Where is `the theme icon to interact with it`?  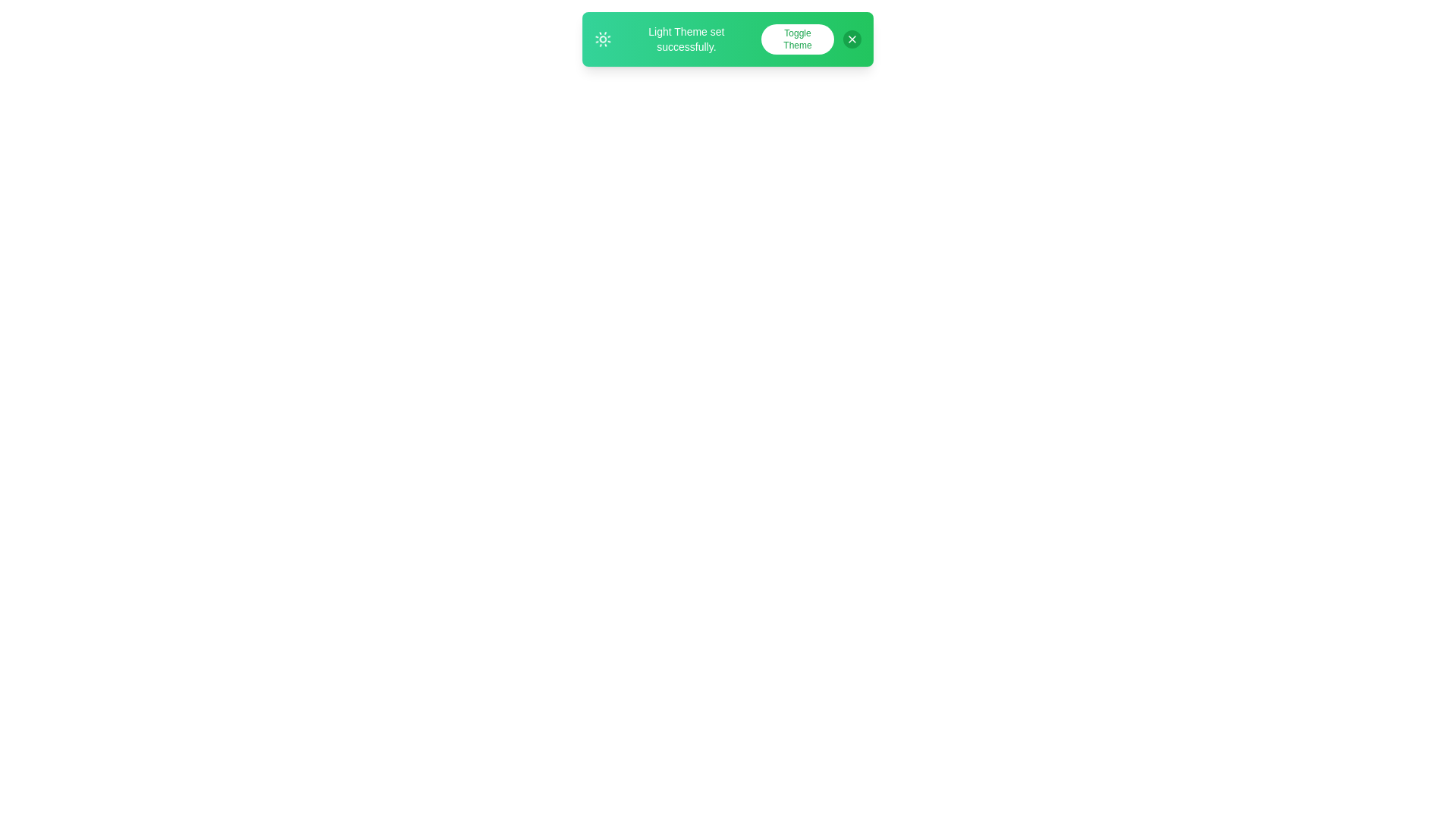 the theme icon to interact with it is located at coordinates (602, 38).